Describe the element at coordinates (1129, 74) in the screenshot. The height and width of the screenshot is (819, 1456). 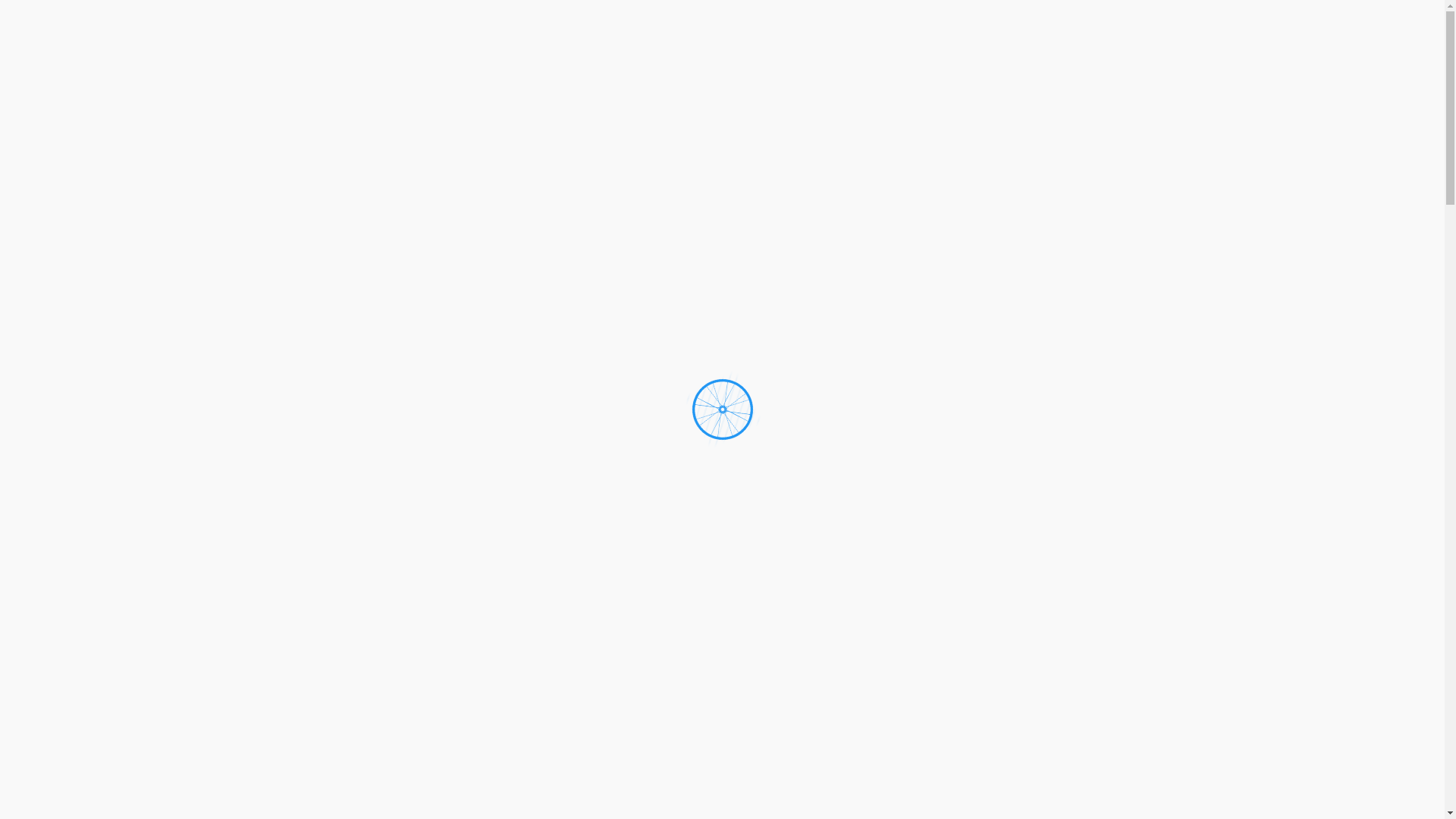
I see `'KONTAKT'` at that location.